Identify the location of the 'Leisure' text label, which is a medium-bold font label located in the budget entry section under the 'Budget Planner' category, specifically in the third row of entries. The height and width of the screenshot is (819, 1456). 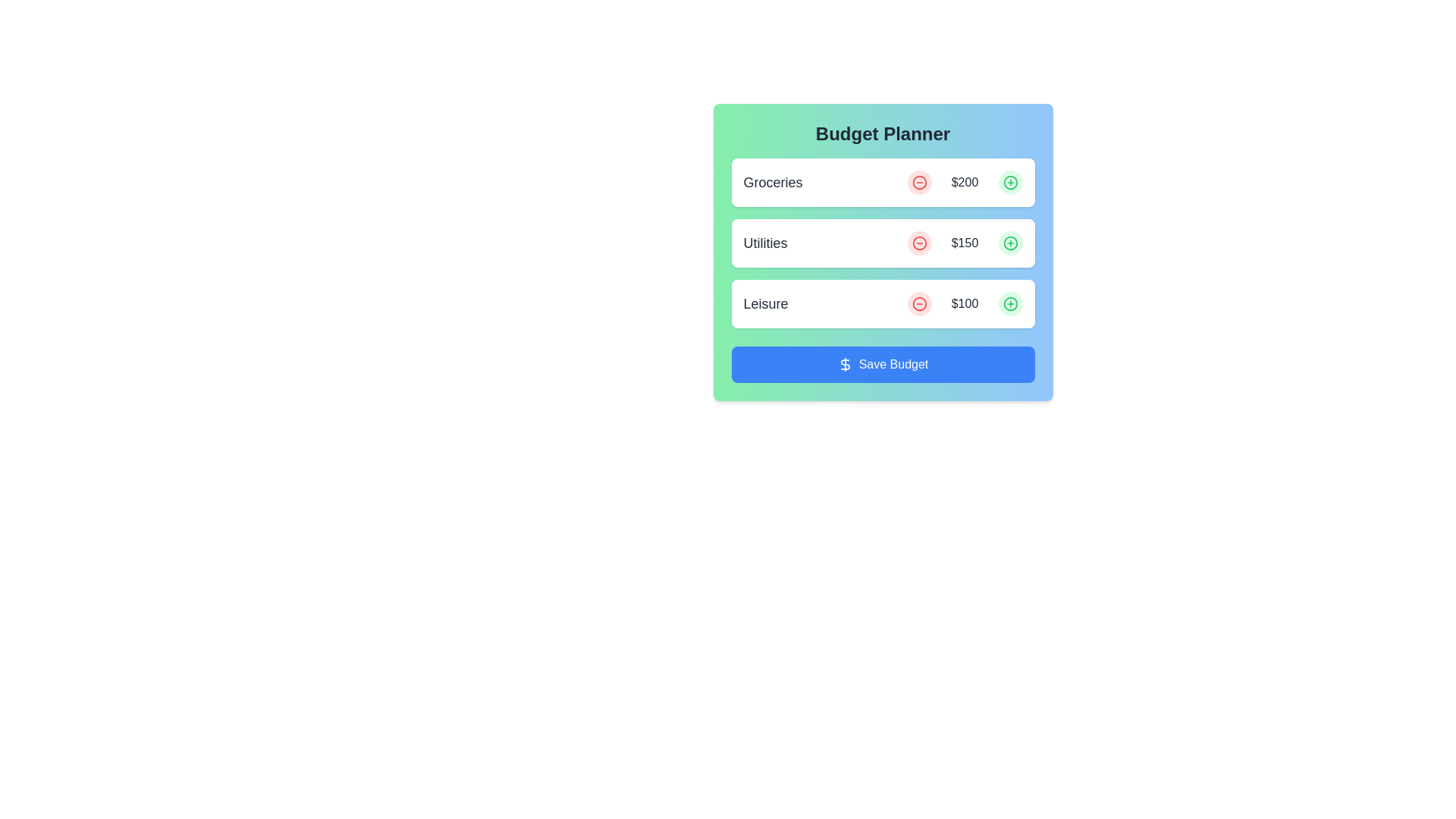
(766, 304).